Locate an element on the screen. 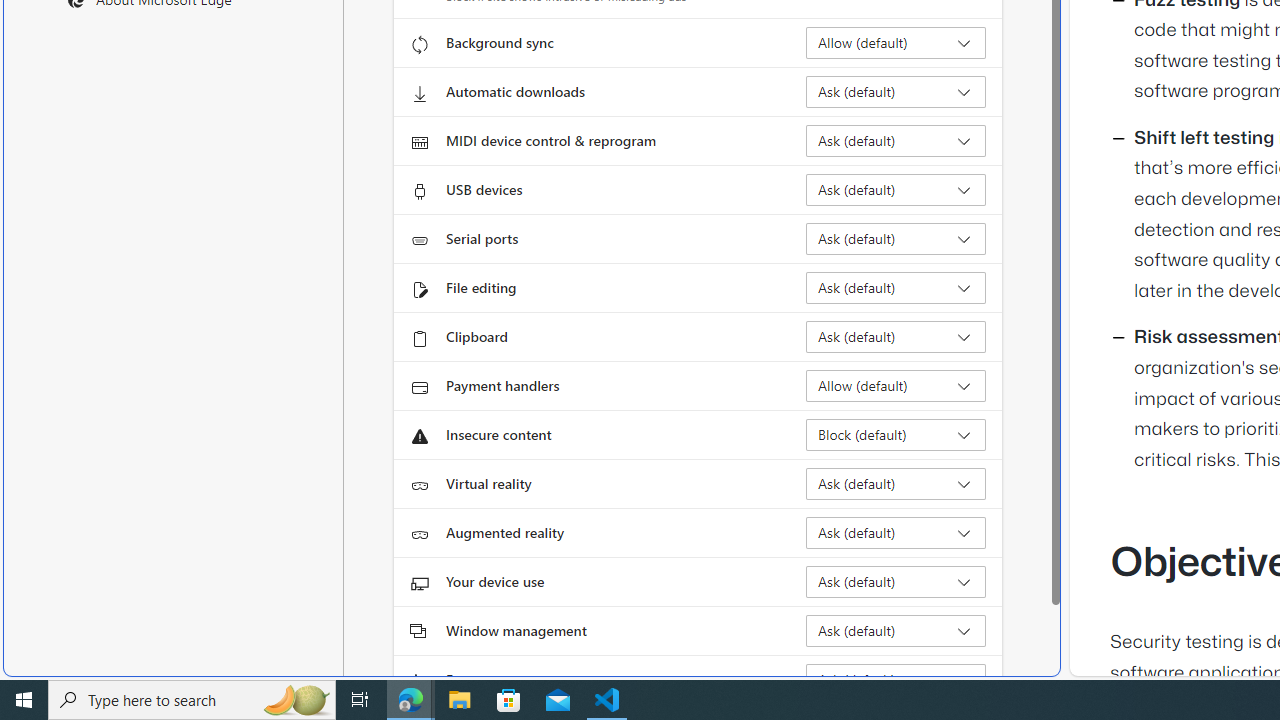 This screenshot has width=1280, height=720. 'Payment handlers Allow (default)' is located at coordinates (895, 385).